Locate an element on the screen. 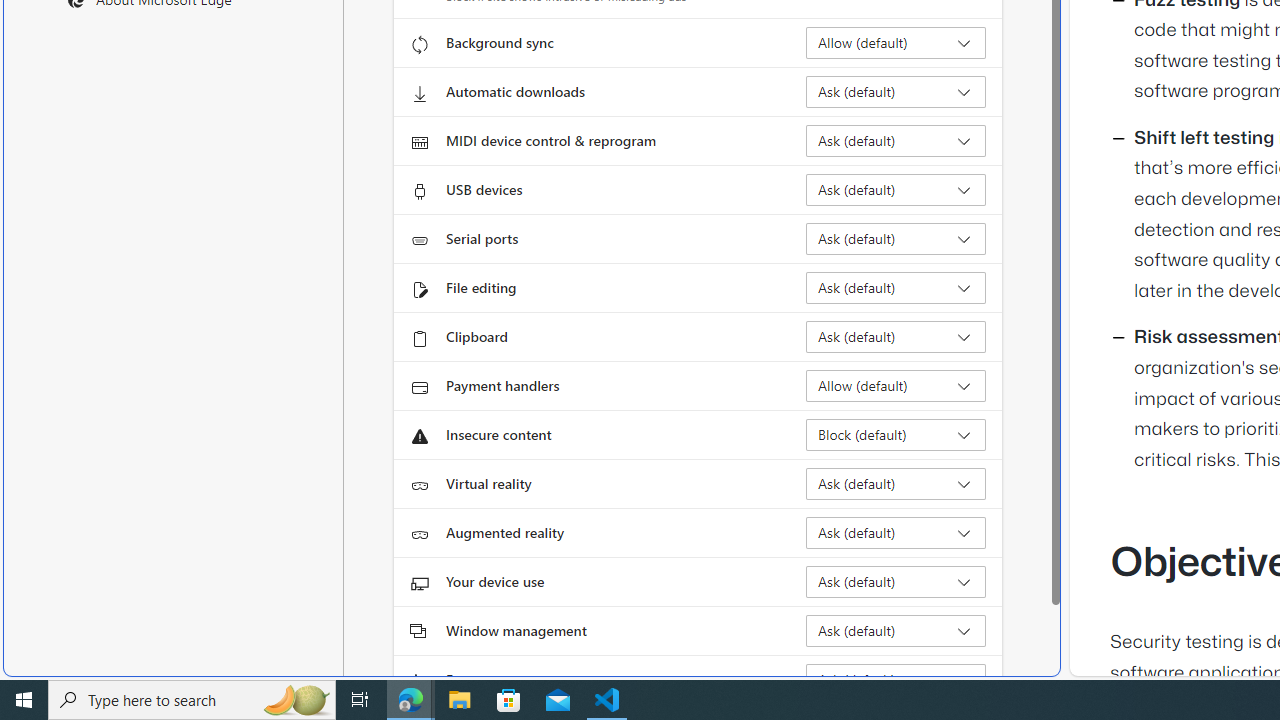 This screenshot has width=1280, height=720. 'Payment handlers Allow (default)' is located at coordinates (895, 385).